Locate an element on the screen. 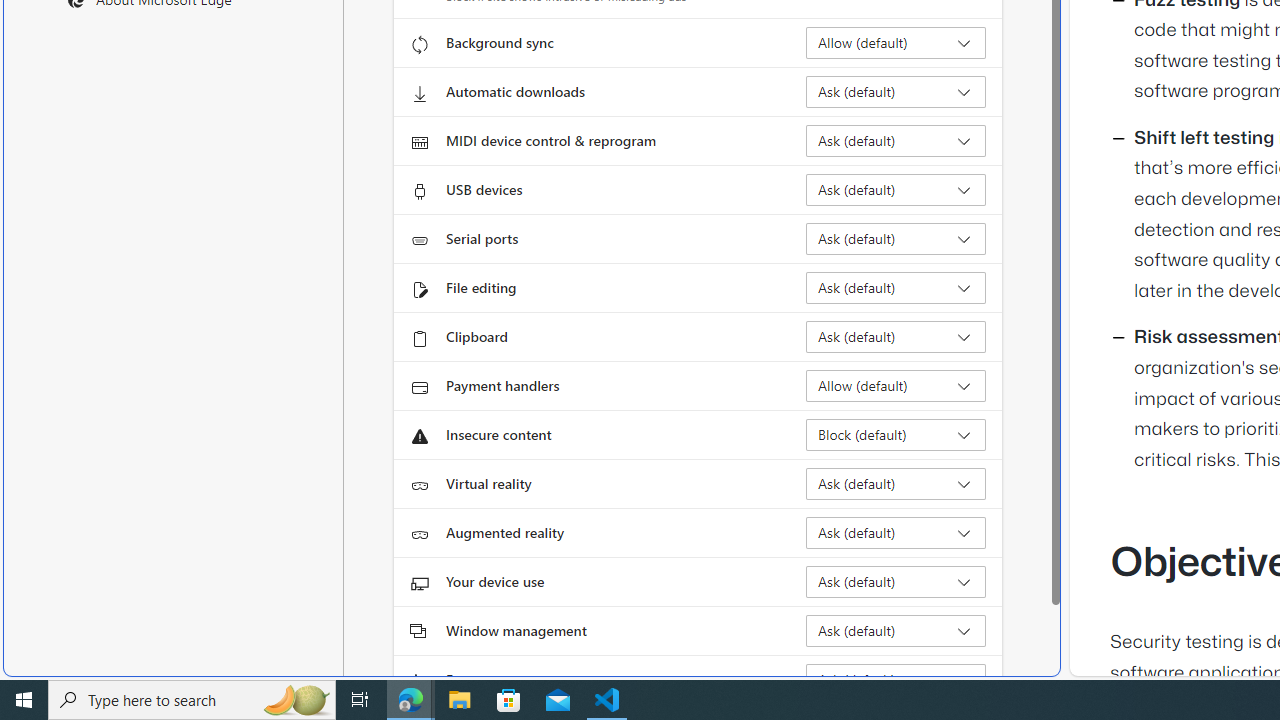 This screenshot has width=1280, height=720. 'Payment handlers Allow (default)' is located at coordinates (895, 385).